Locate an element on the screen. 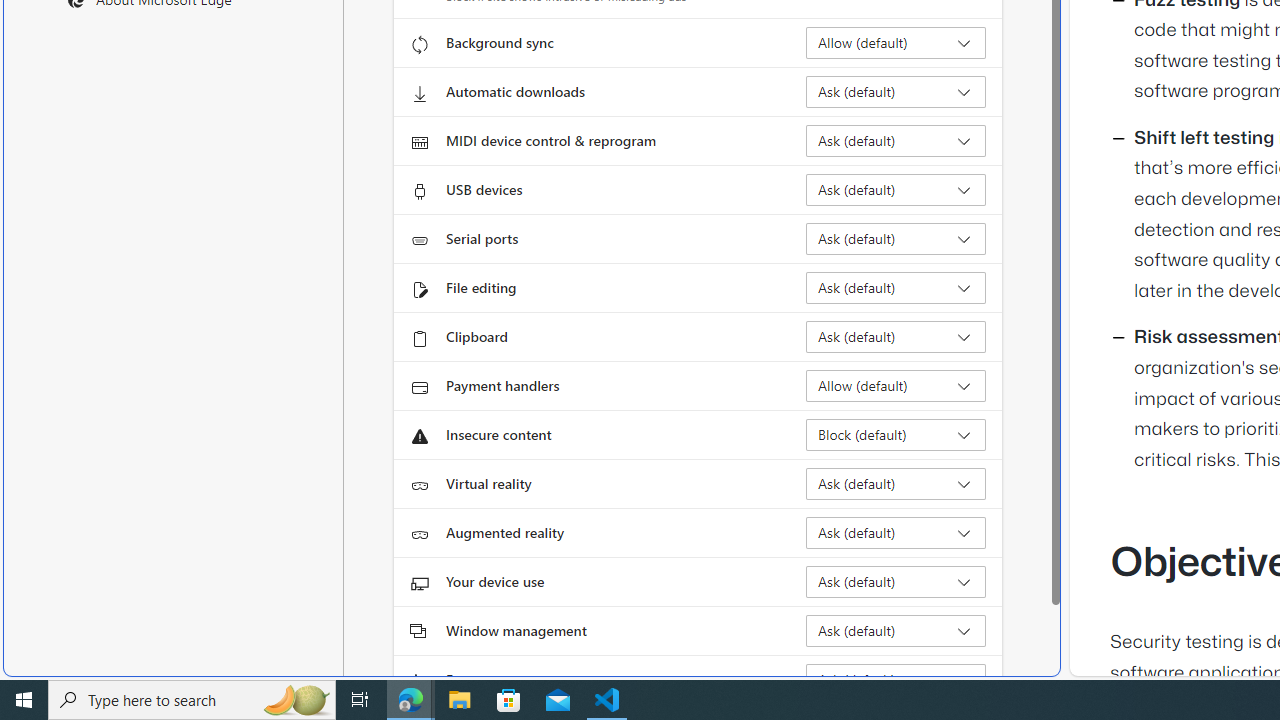 This screenshot has width=1280, height=720. 'Payment handlers Allow (default)' is located at coordinates (895, 385).